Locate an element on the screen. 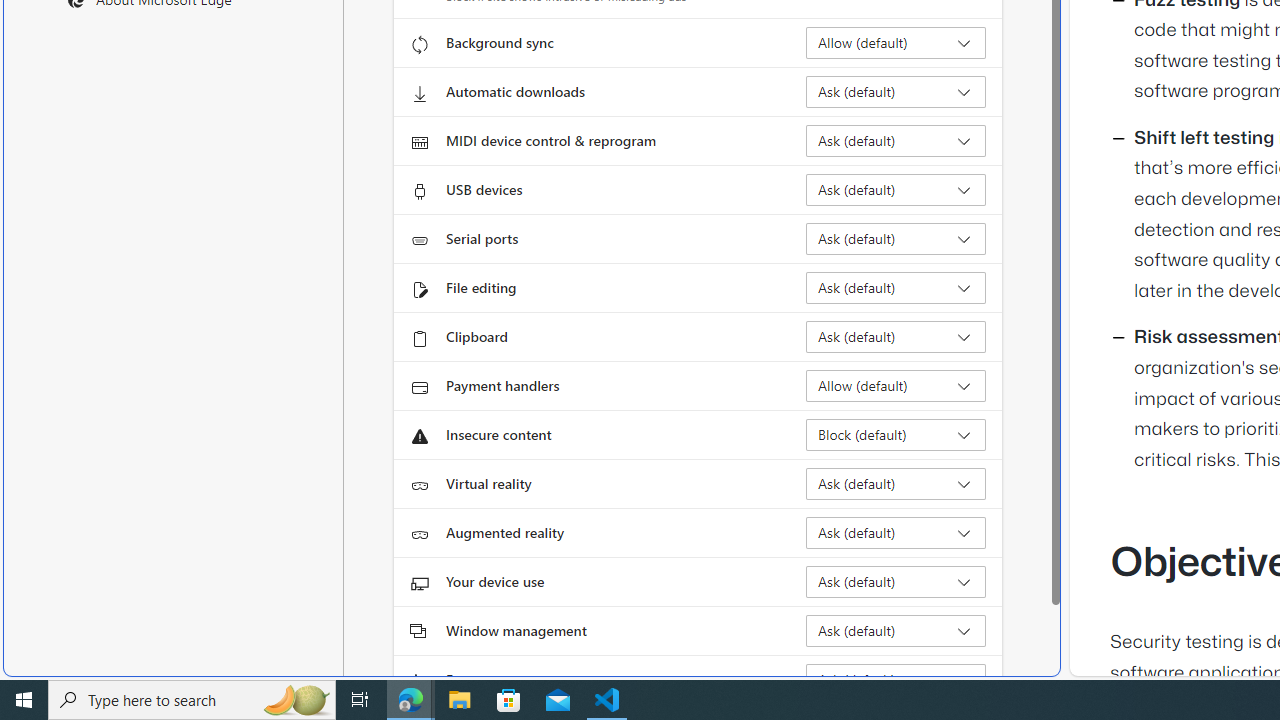 This screenshot has width=1280, height=720. 'Payment handlers Allow (default)' is located at coordinates (895, 385).